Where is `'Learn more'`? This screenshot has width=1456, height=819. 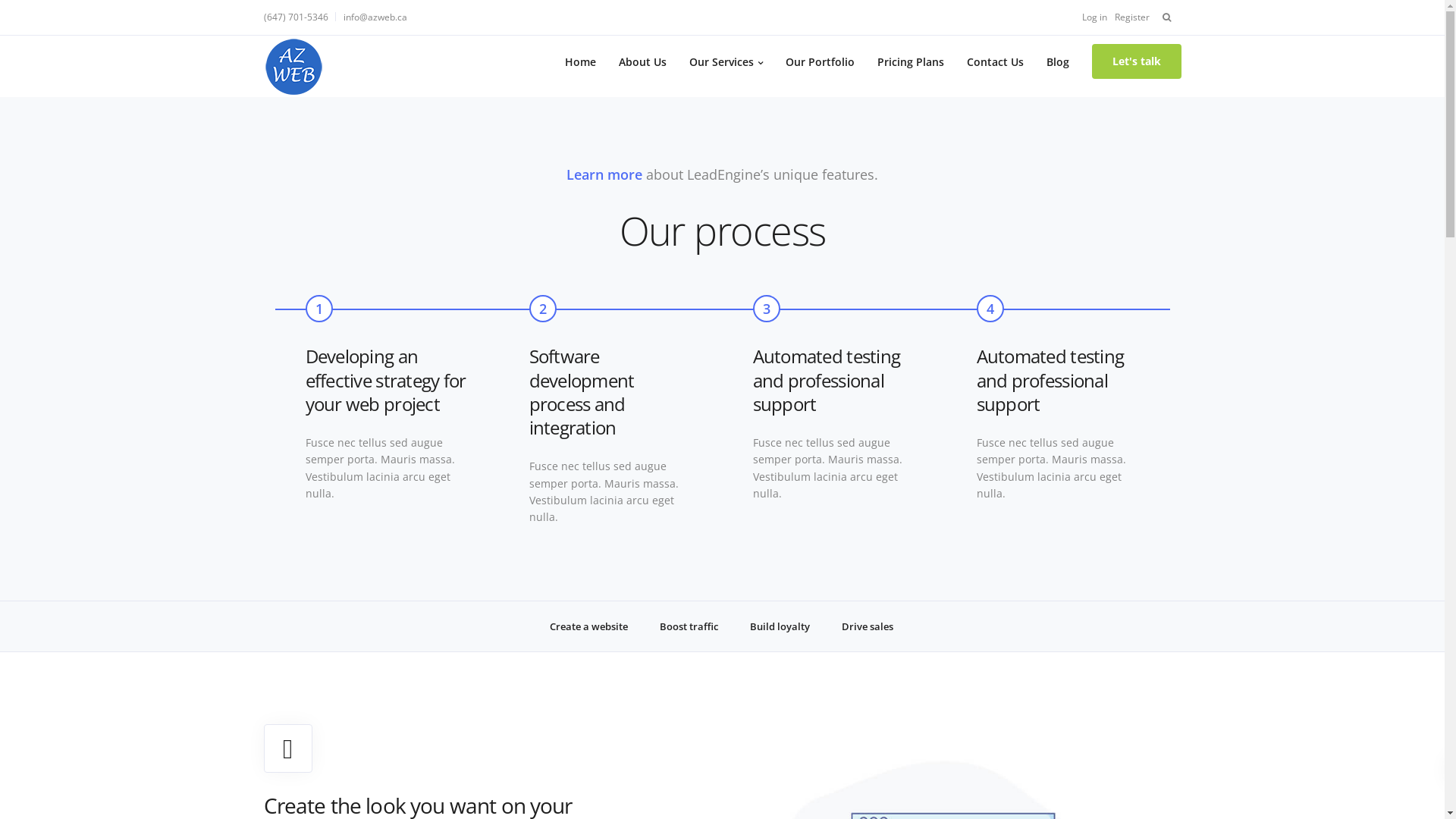
'Learn more' is located at coordinates (603, 174).